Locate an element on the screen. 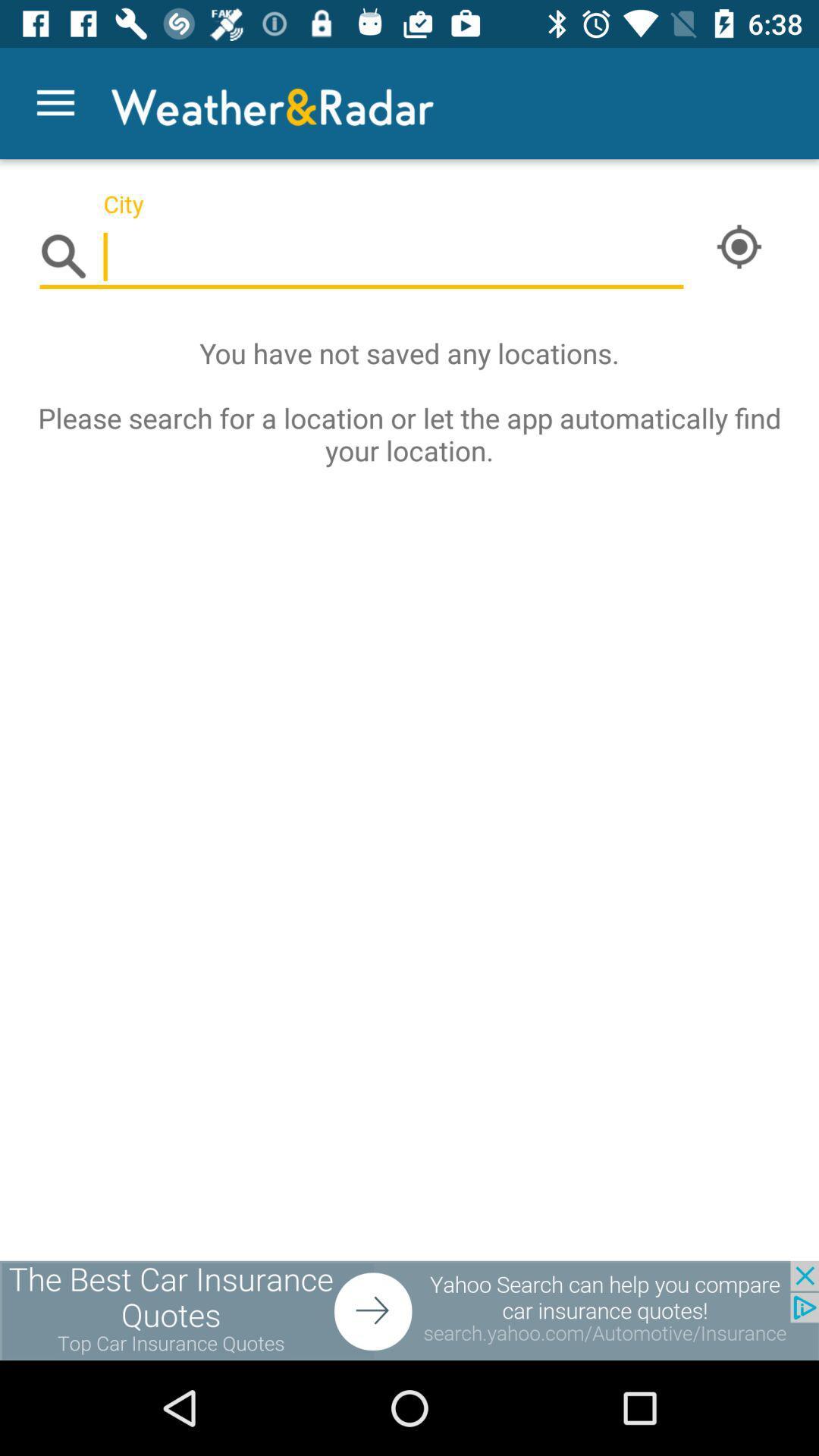 The height and width of the screenshot is (1456, 819). search locations is located at coordinates (362, 257).